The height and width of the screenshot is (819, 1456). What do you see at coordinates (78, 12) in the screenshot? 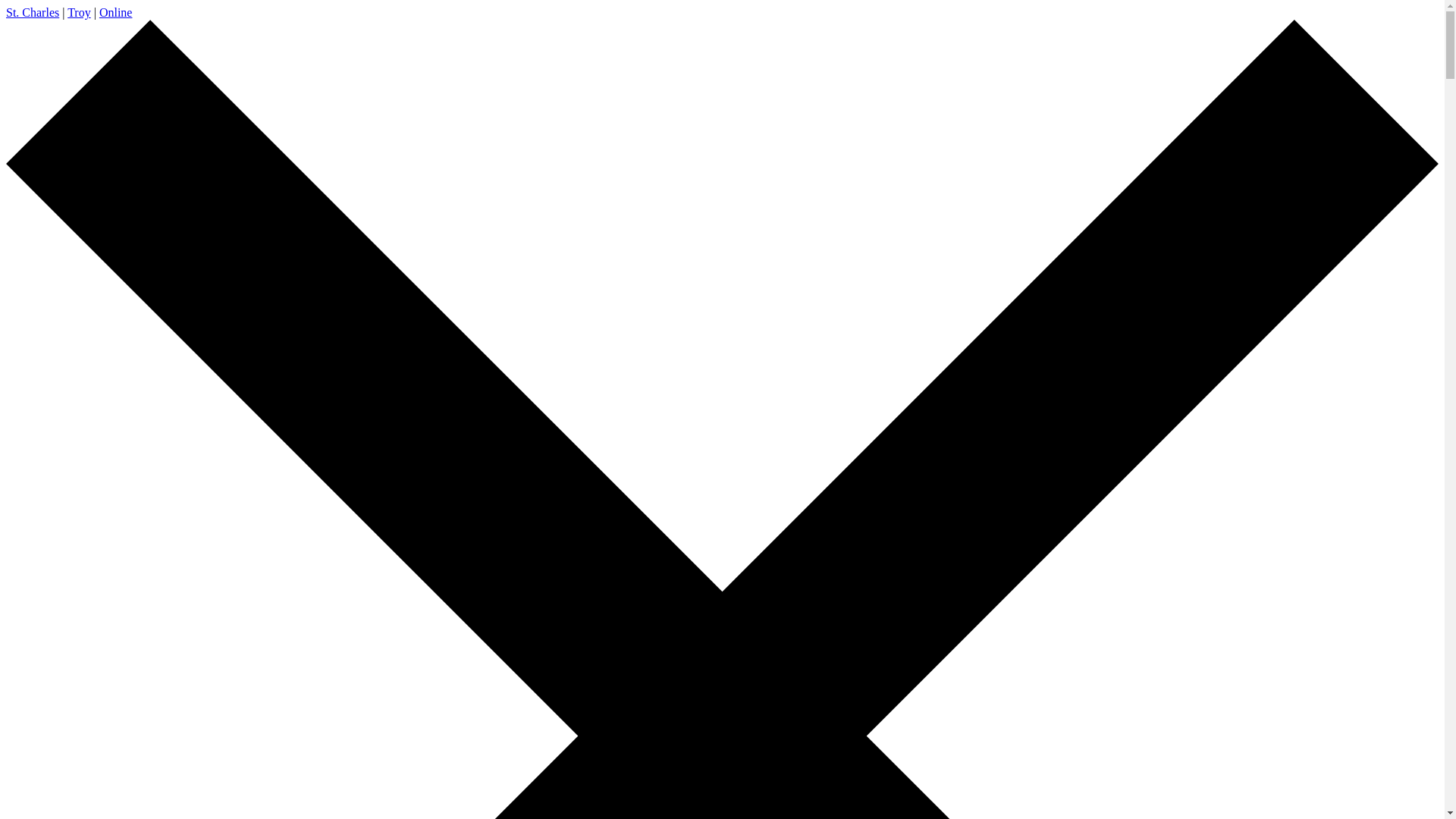
I see `'Troy'` at bounding box center [78, 12].